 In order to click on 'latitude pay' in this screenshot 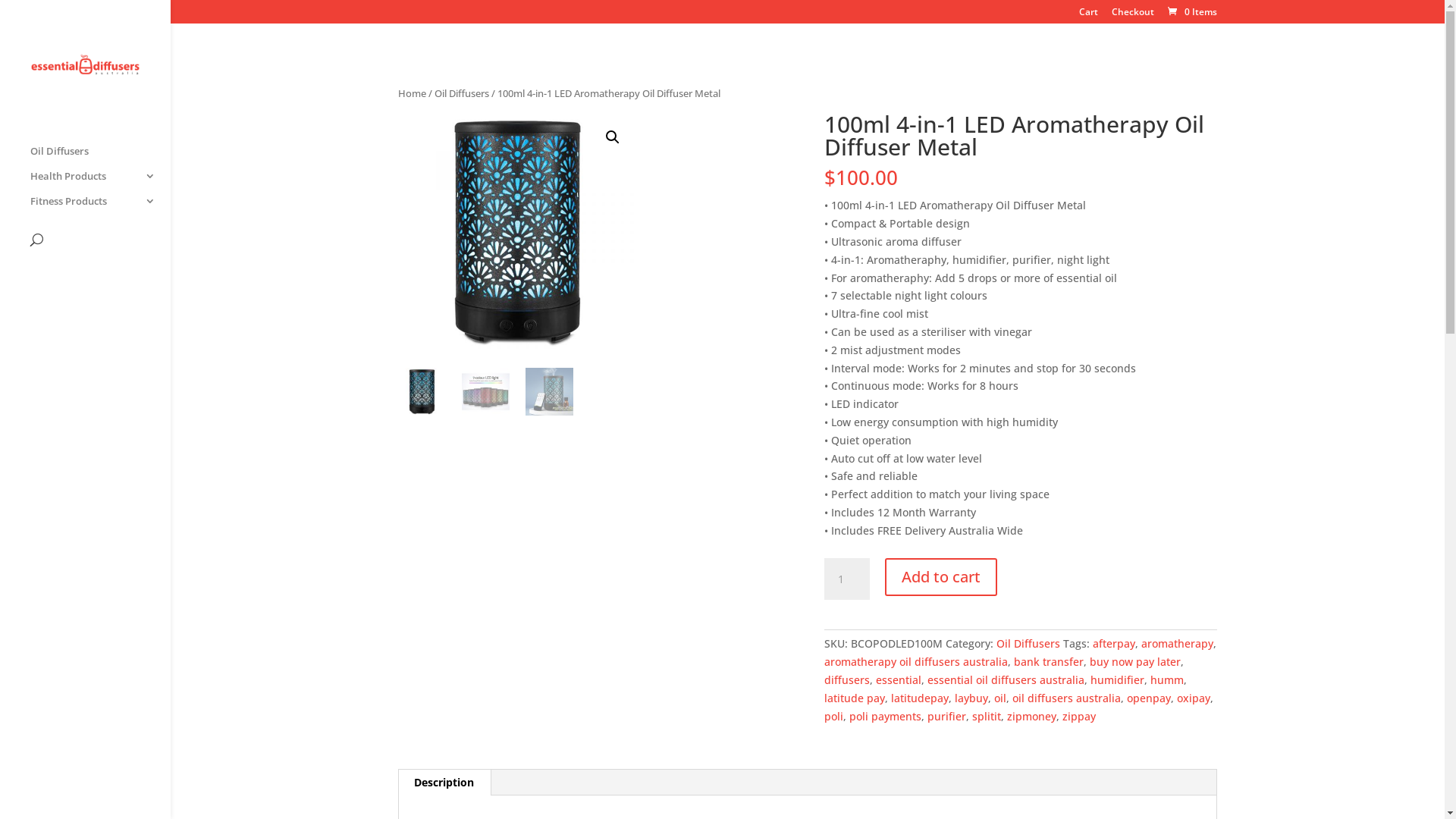, I will do `click(823, 698)`.